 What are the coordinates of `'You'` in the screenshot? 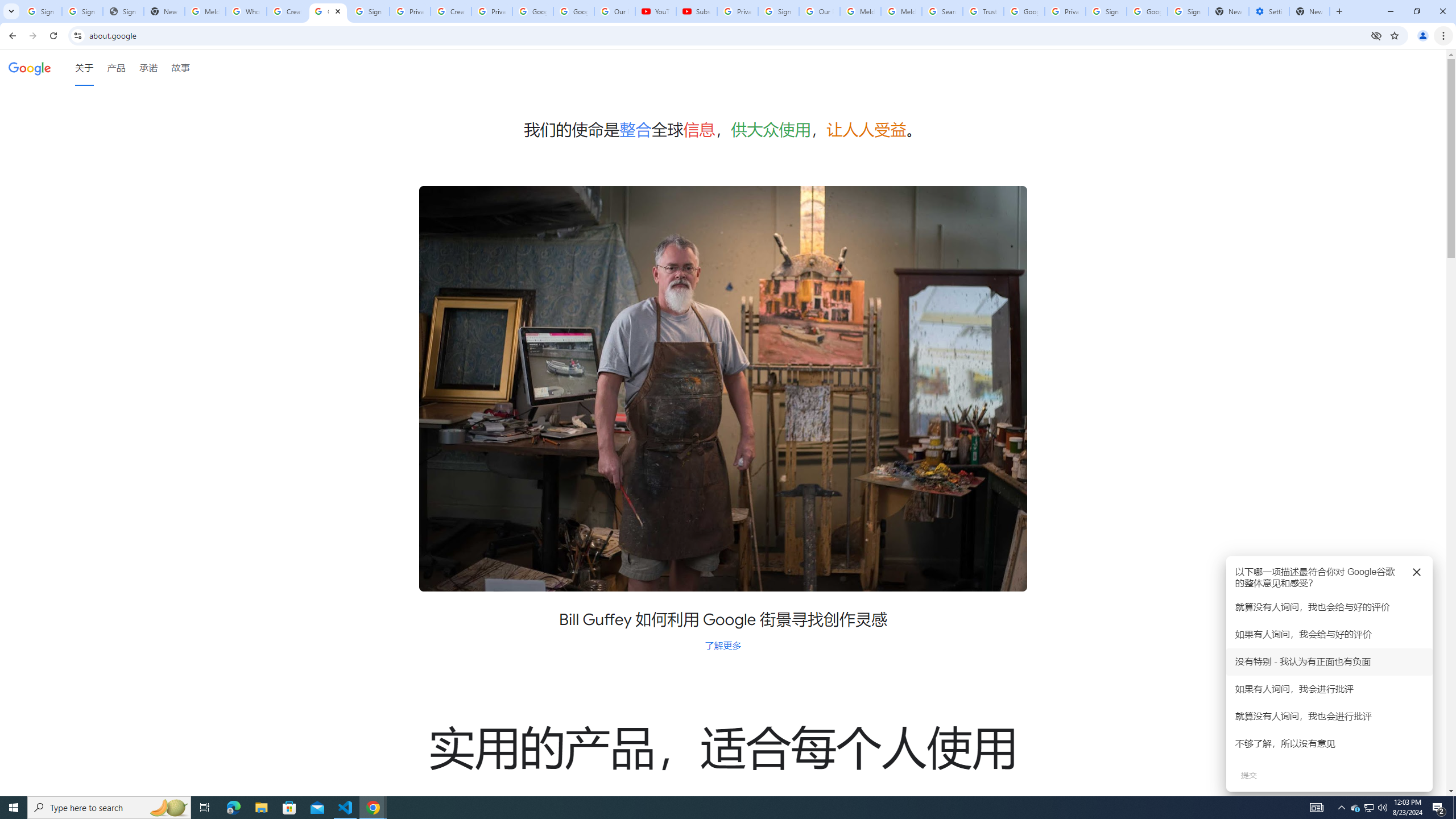 It's located at (1423, 35).